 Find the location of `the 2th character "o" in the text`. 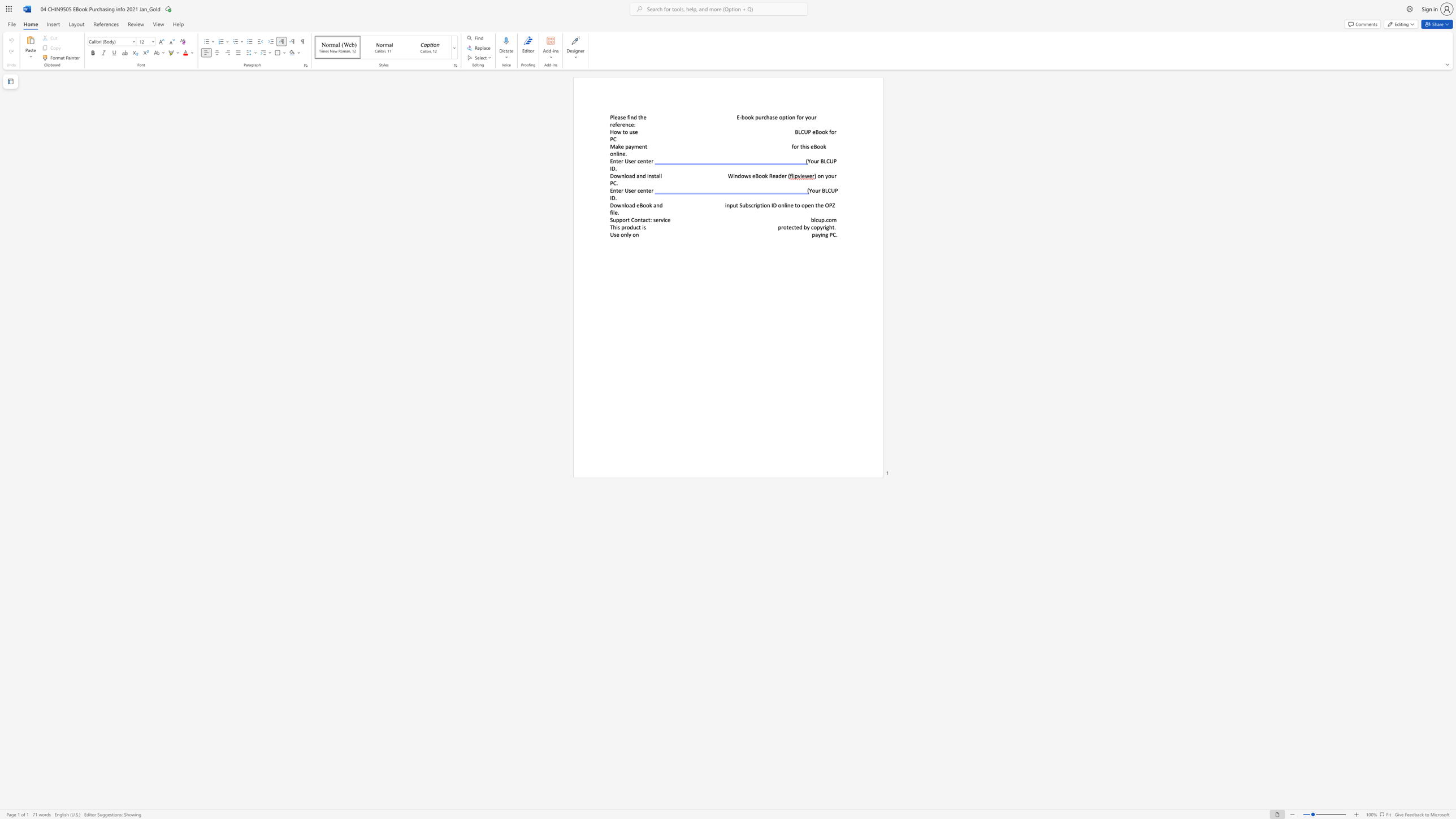

the 2th character "o" in the text is located at coordinates (635, 219).